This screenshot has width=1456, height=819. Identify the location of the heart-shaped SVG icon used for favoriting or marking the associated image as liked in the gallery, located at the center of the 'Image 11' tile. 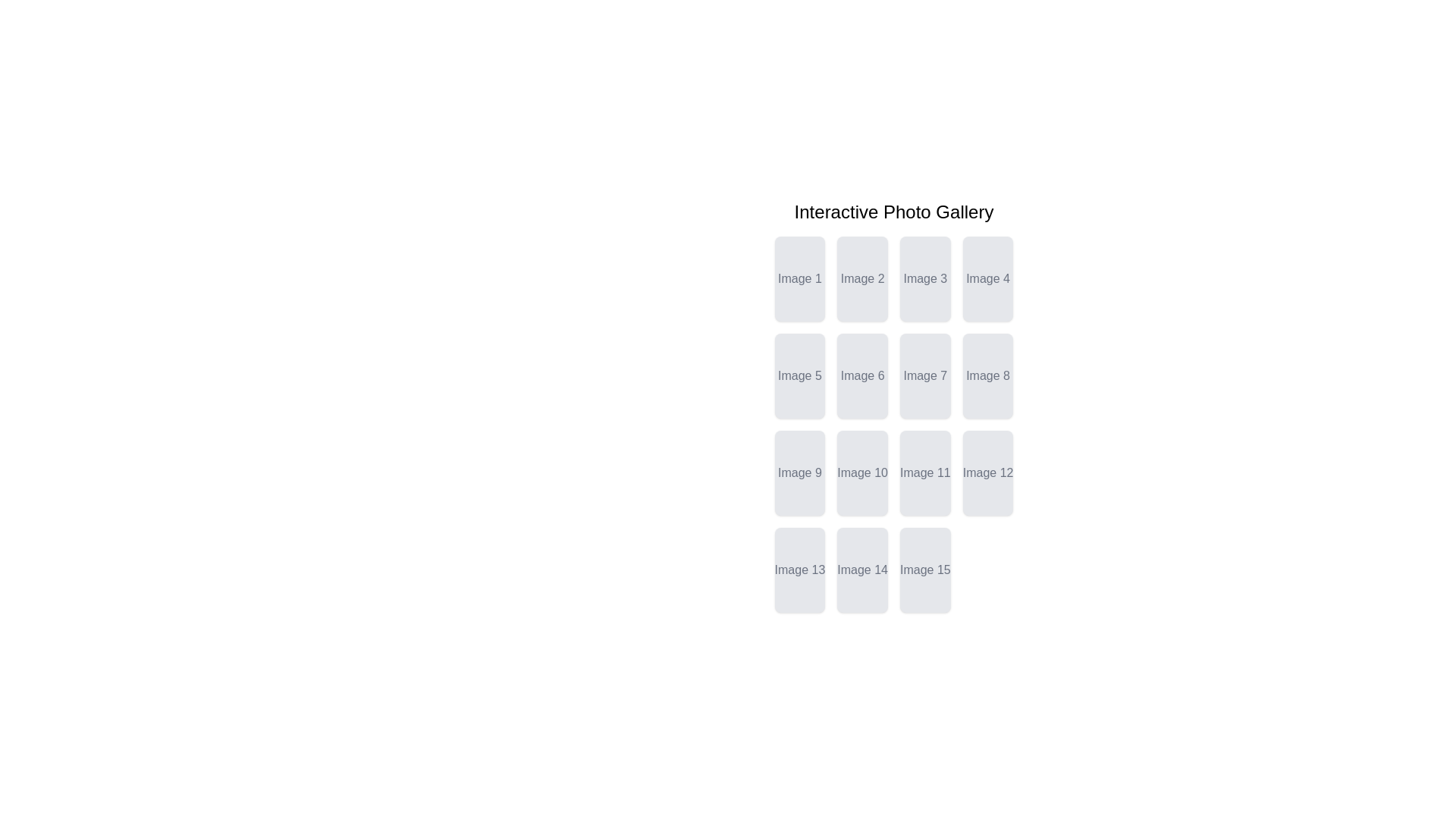
(920, 475).